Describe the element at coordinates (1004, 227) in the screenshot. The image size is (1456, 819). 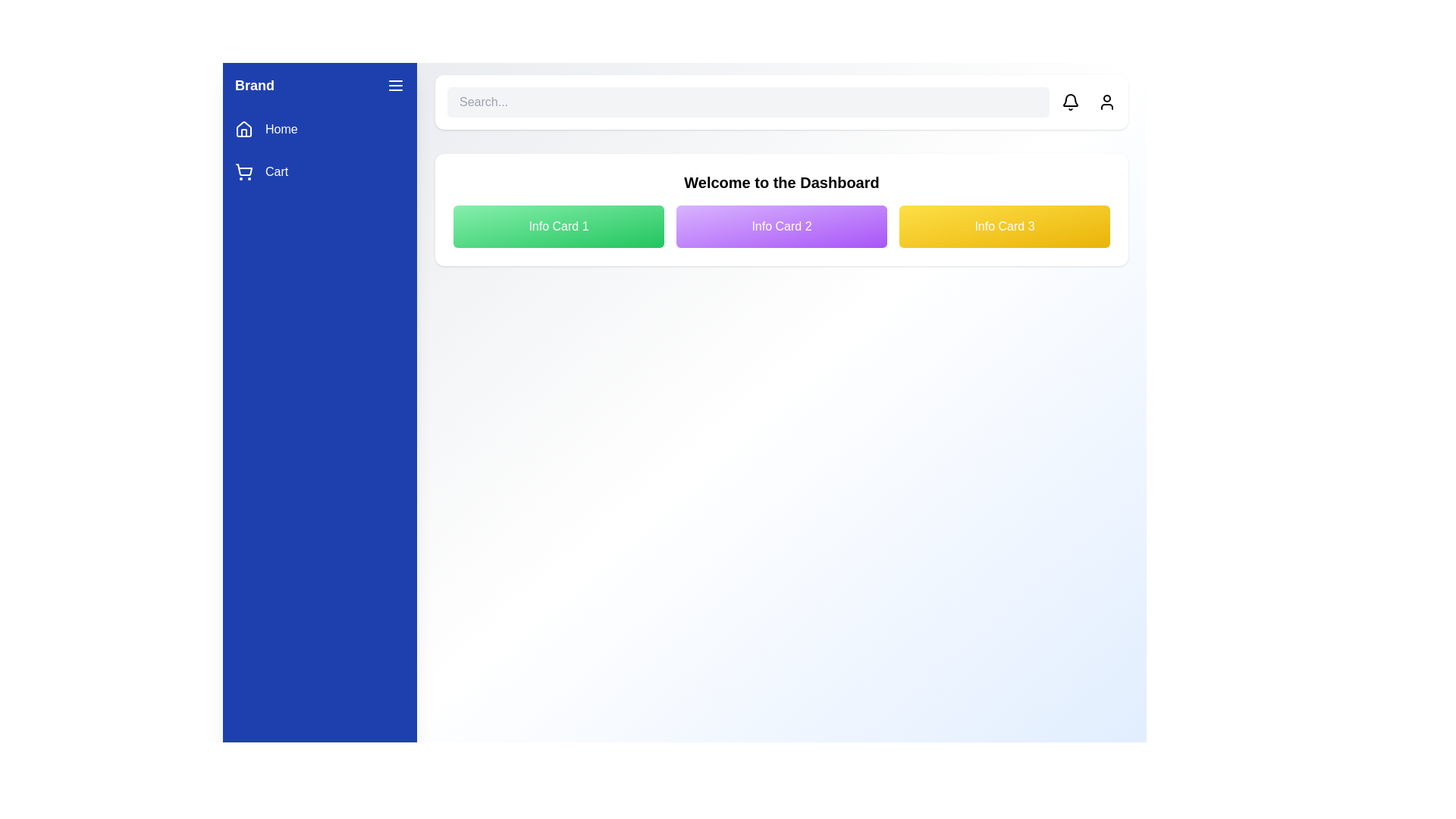
I see `the information card Info Card 3` at that location.